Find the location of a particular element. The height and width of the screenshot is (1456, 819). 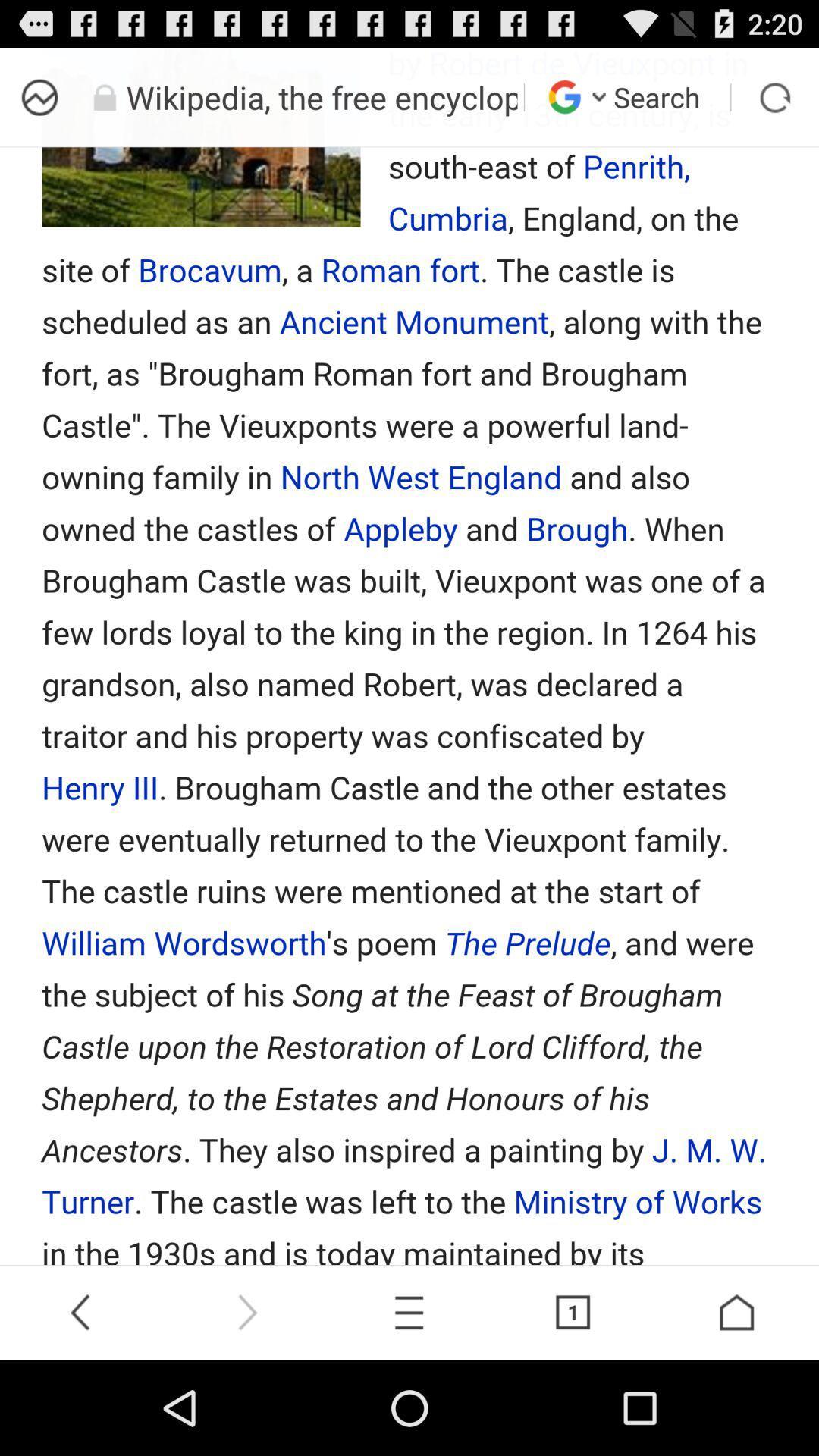

the arrow_backward icon is located at coordinates (82, 1404).